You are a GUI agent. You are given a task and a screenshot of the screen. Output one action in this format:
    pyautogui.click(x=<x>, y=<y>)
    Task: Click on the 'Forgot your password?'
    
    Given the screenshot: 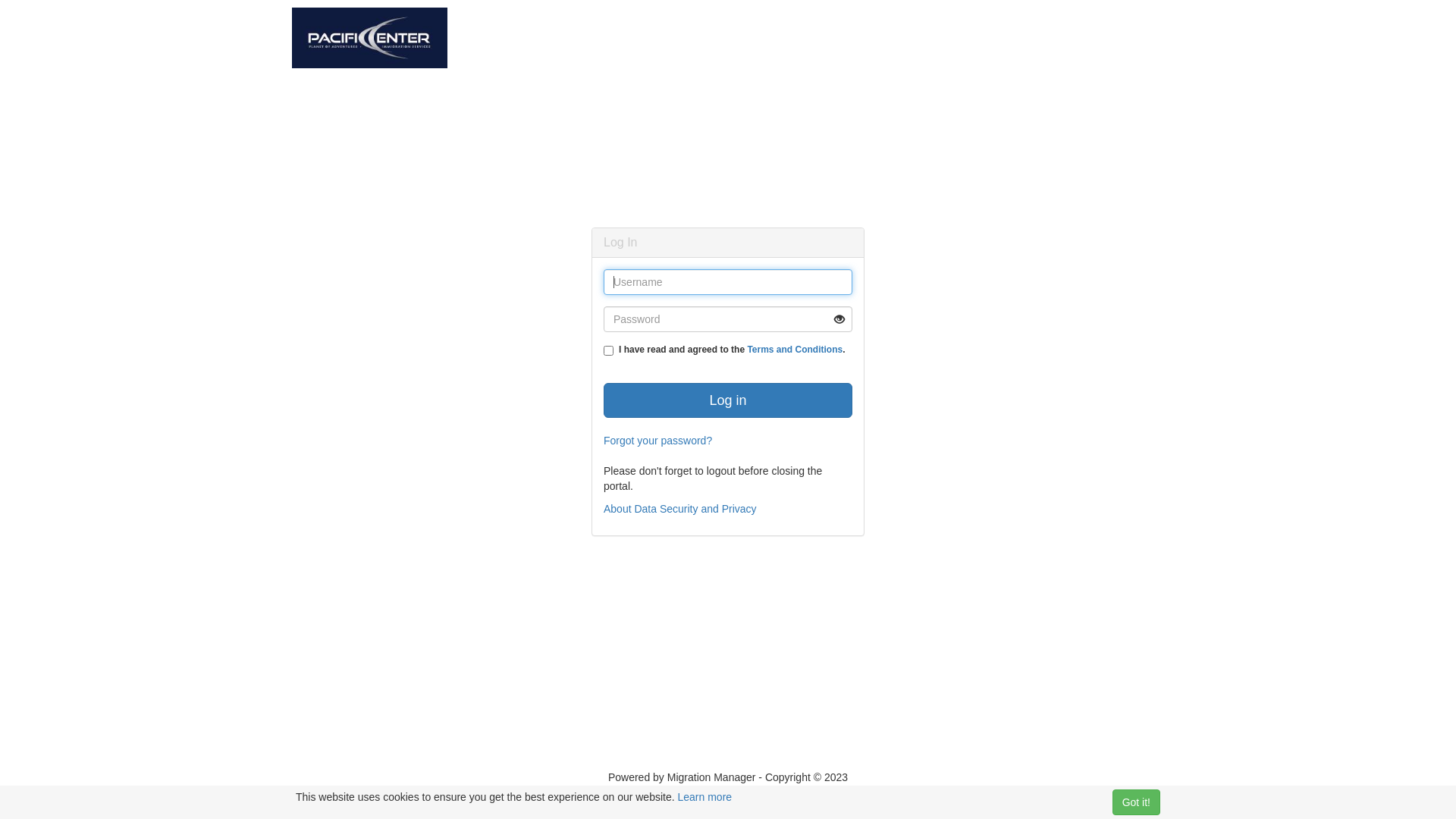 What is the action you would take?
    pyautogui.click(x=657, y=441)
    